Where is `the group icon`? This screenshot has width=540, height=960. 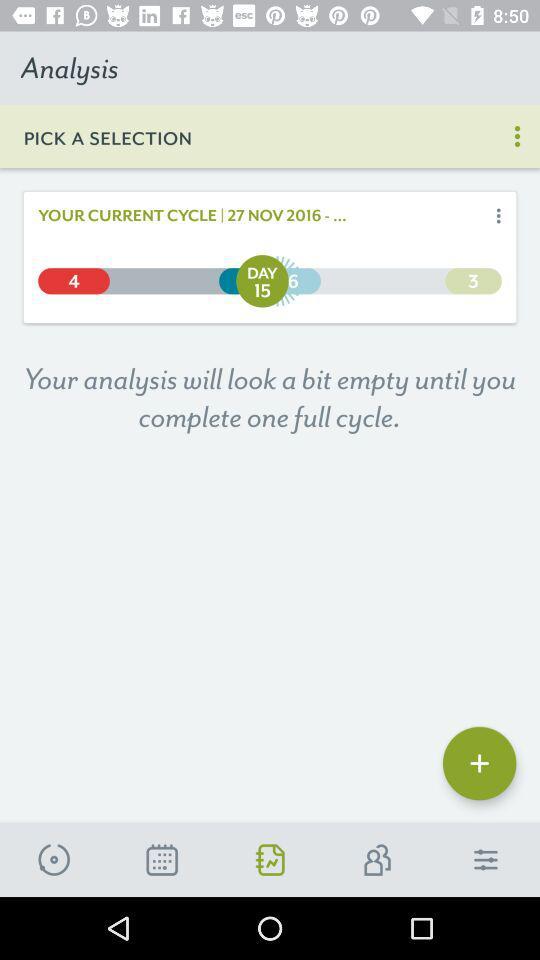
the group icon is located at coordinates (378, 859).